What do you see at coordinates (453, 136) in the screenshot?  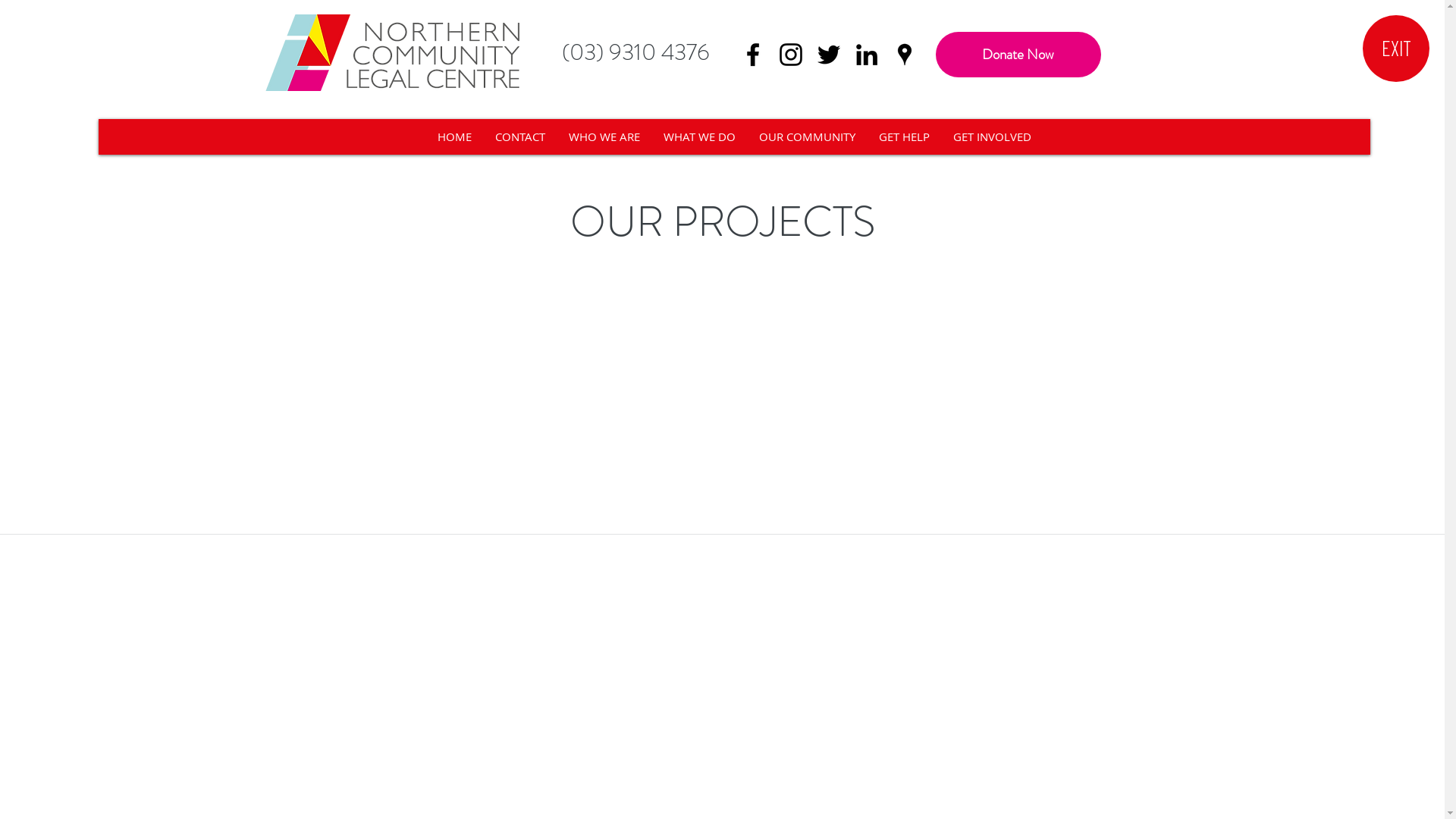 I see `'HOME'` at bounding box center [453, 136].